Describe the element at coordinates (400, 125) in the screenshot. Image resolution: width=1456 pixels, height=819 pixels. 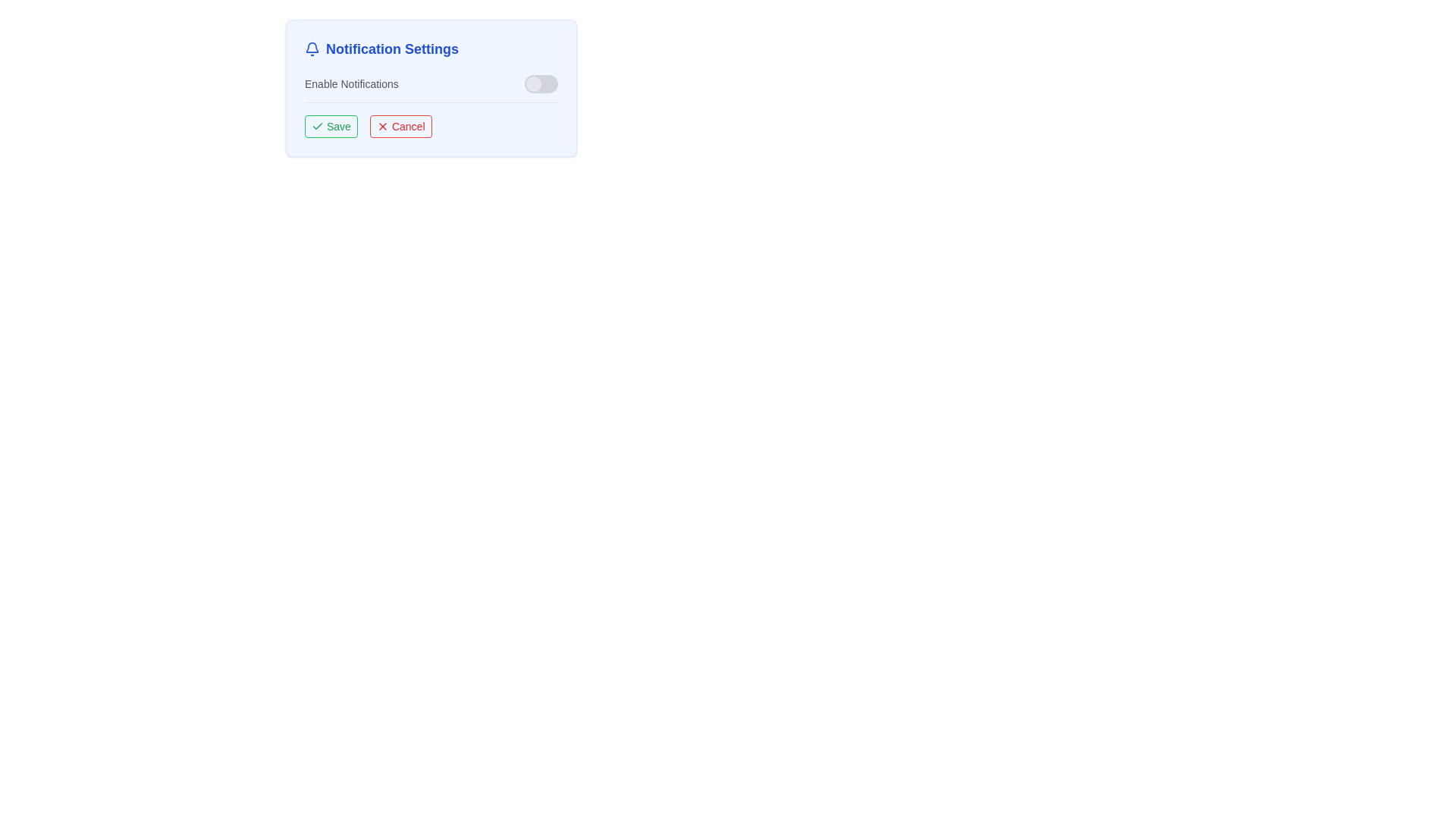
I see `the 'Cancel' button, which is visually represented with a bold red font and an 'X' icon, located to the right of the 'Save' button in the dialog layout` at that location.